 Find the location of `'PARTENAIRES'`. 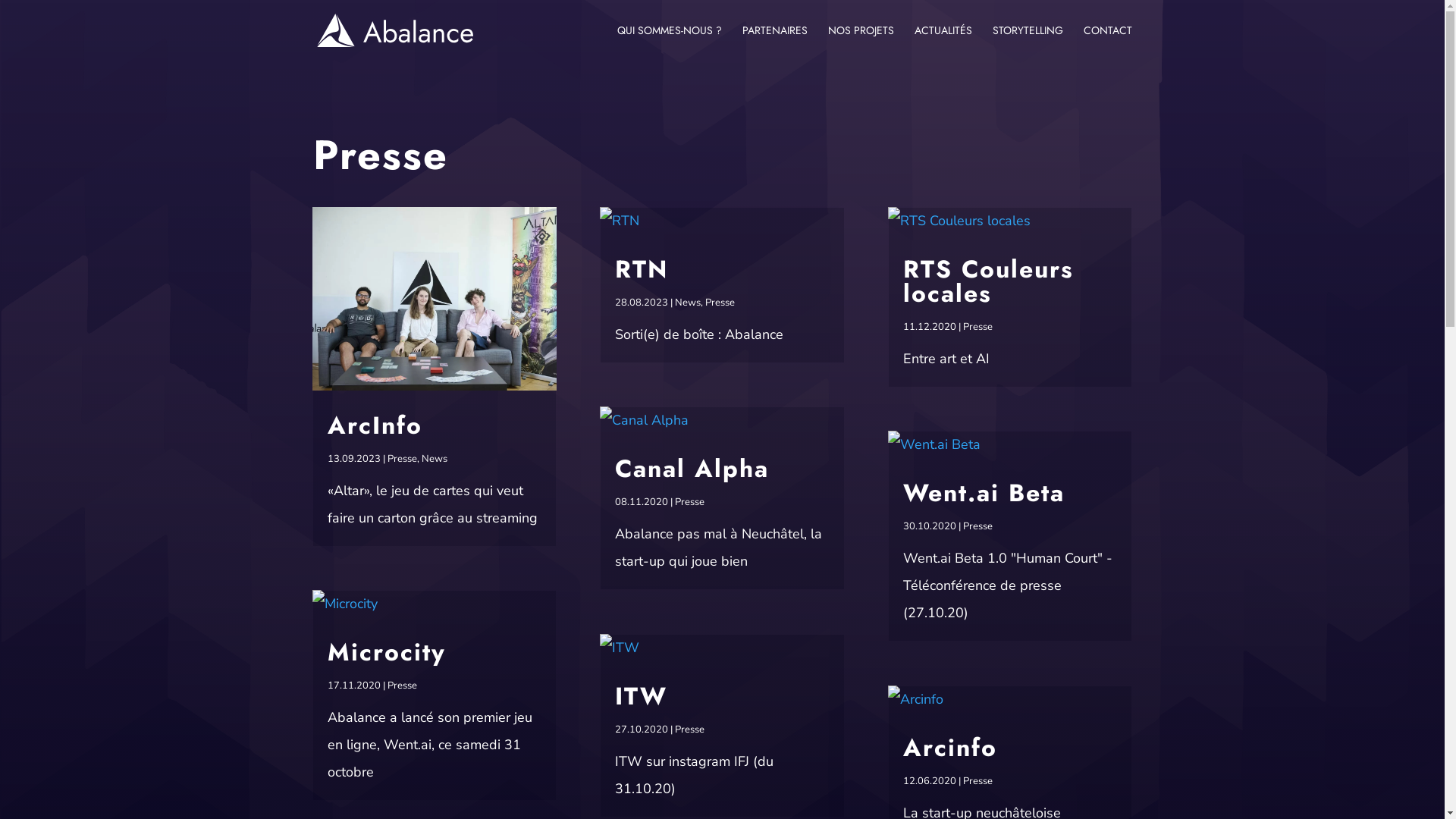

'PARTENAIRES' is located at coordinates (774, 42).